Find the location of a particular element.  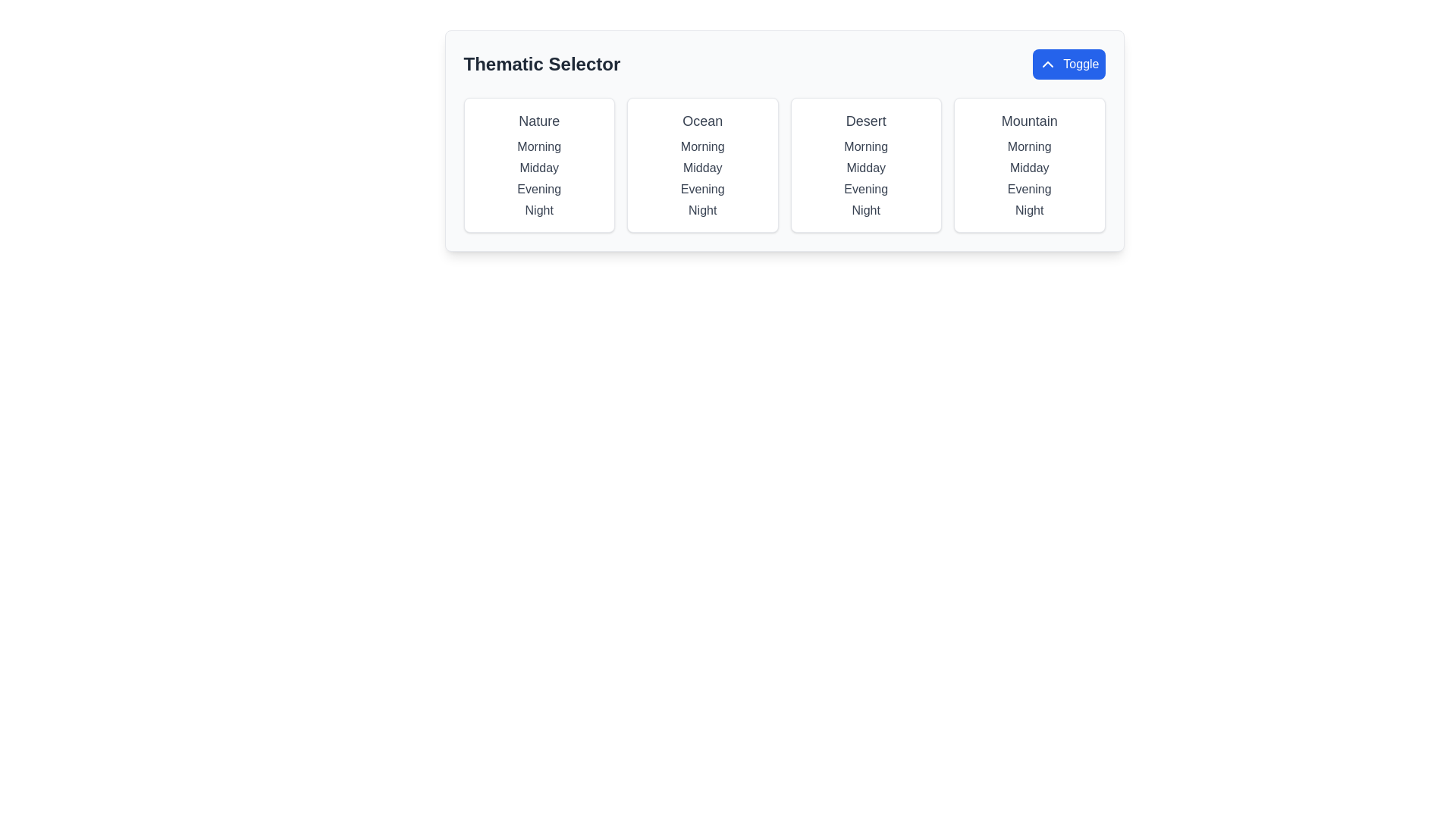

the label that indicates the time of day within the 'Mountain' category, which is the second item in the vertical list on the far right of the row of thematic categories is located at coordinates (1029, 168).